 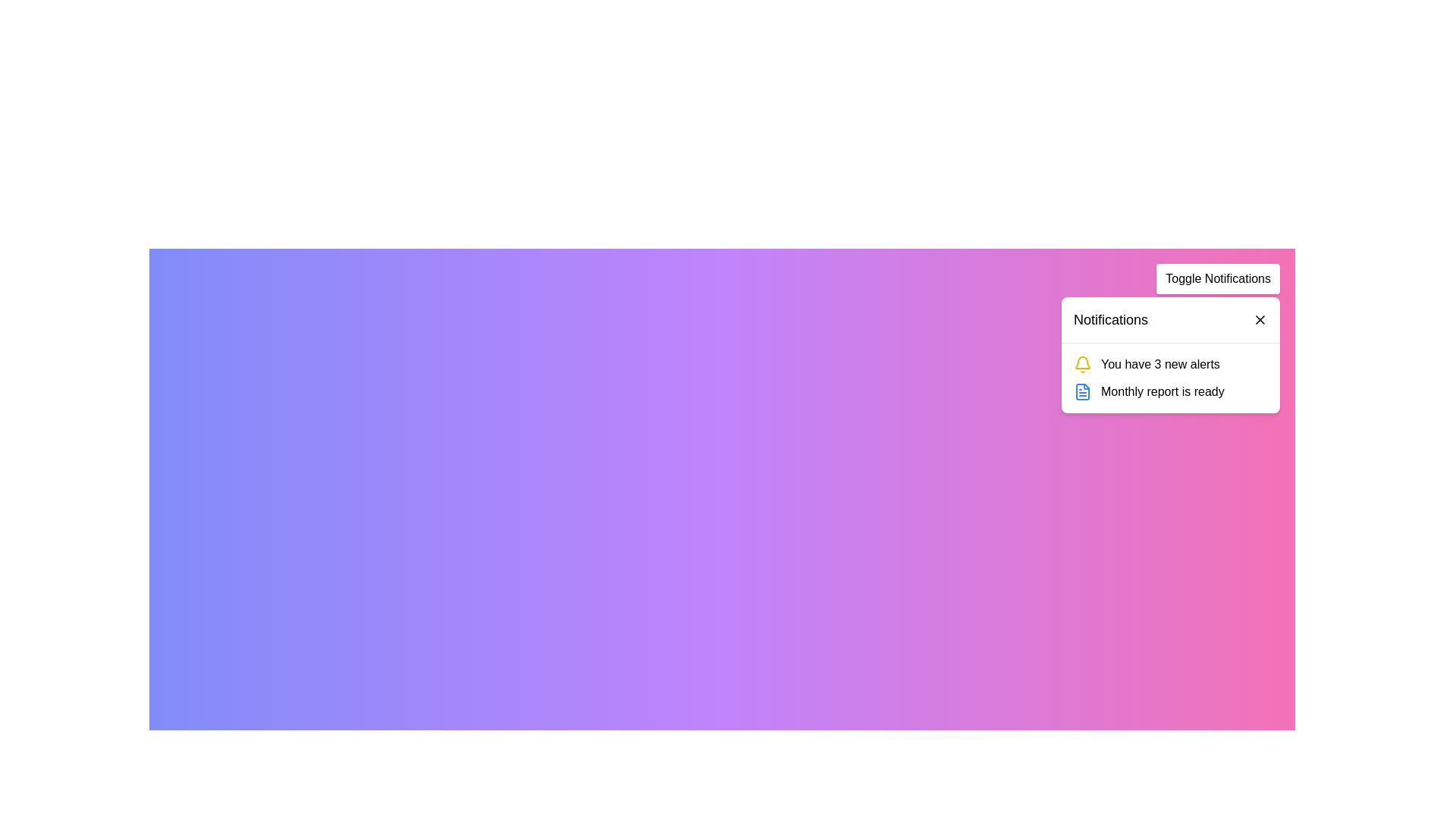 I want to click on the 'Toggle Notifications' button, which is a rectangular button with rounded corners displaying the text in black on a white background, located at the top-right corner above the notifications panel, so click(x=1218, y=278).